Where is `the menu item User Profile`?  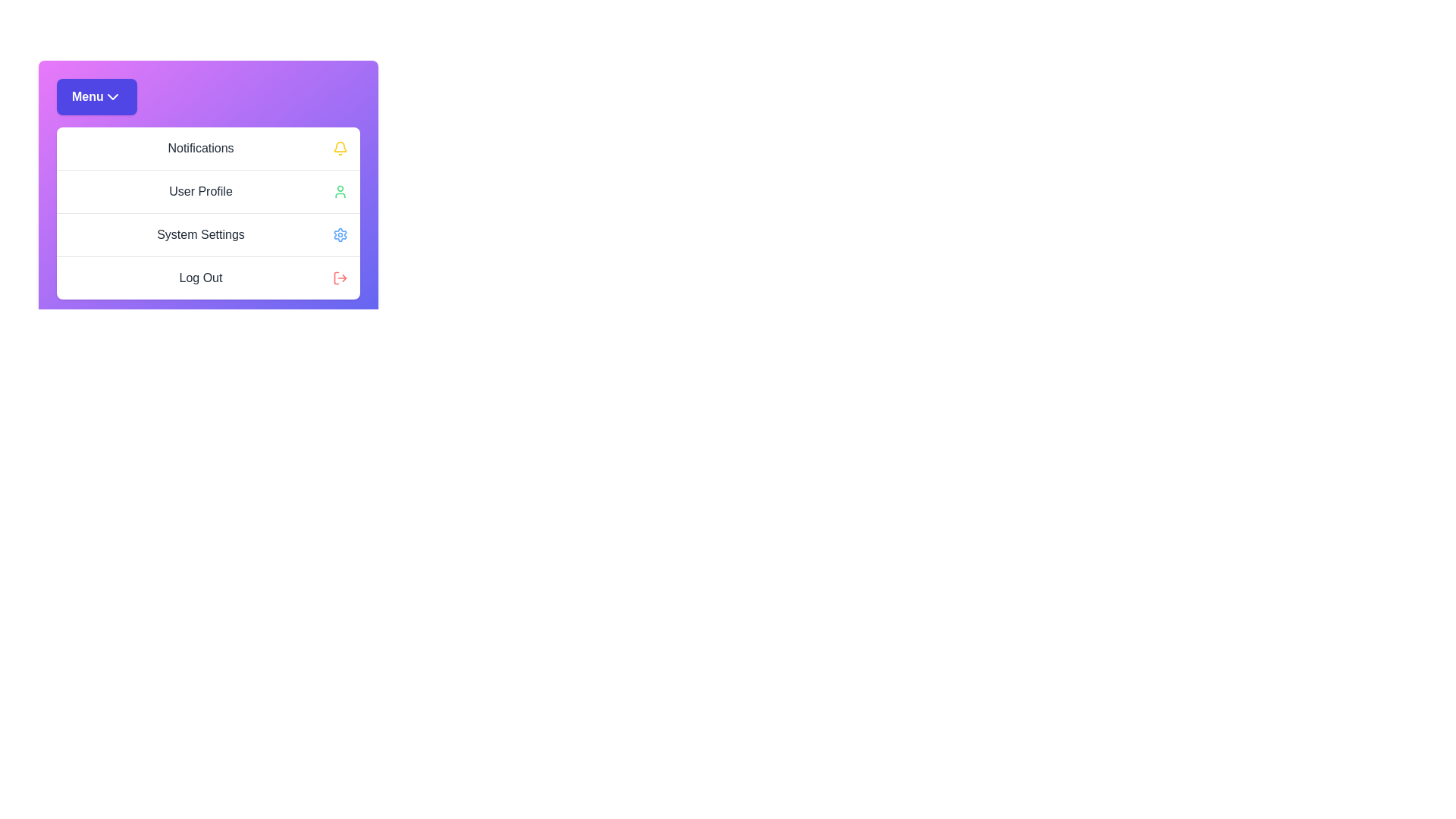
the menu item User Profile is located at coordinates (207, 190).